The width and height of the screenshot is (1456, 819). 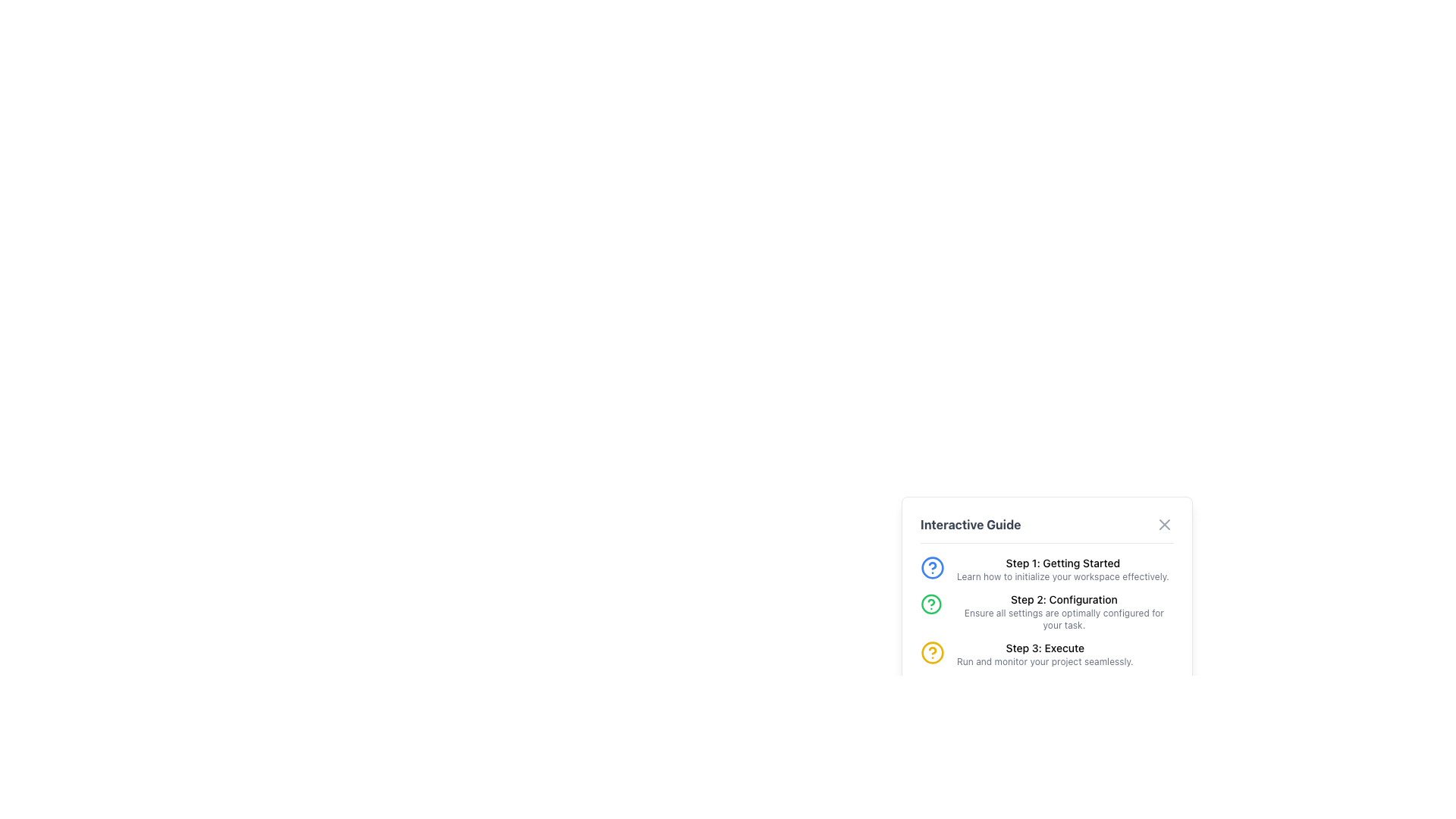 I want to click on the circular icon representing the help or configuration cue for 'Step 2: Configuration' in the Interactive Guide, so click(x=930, y=604).